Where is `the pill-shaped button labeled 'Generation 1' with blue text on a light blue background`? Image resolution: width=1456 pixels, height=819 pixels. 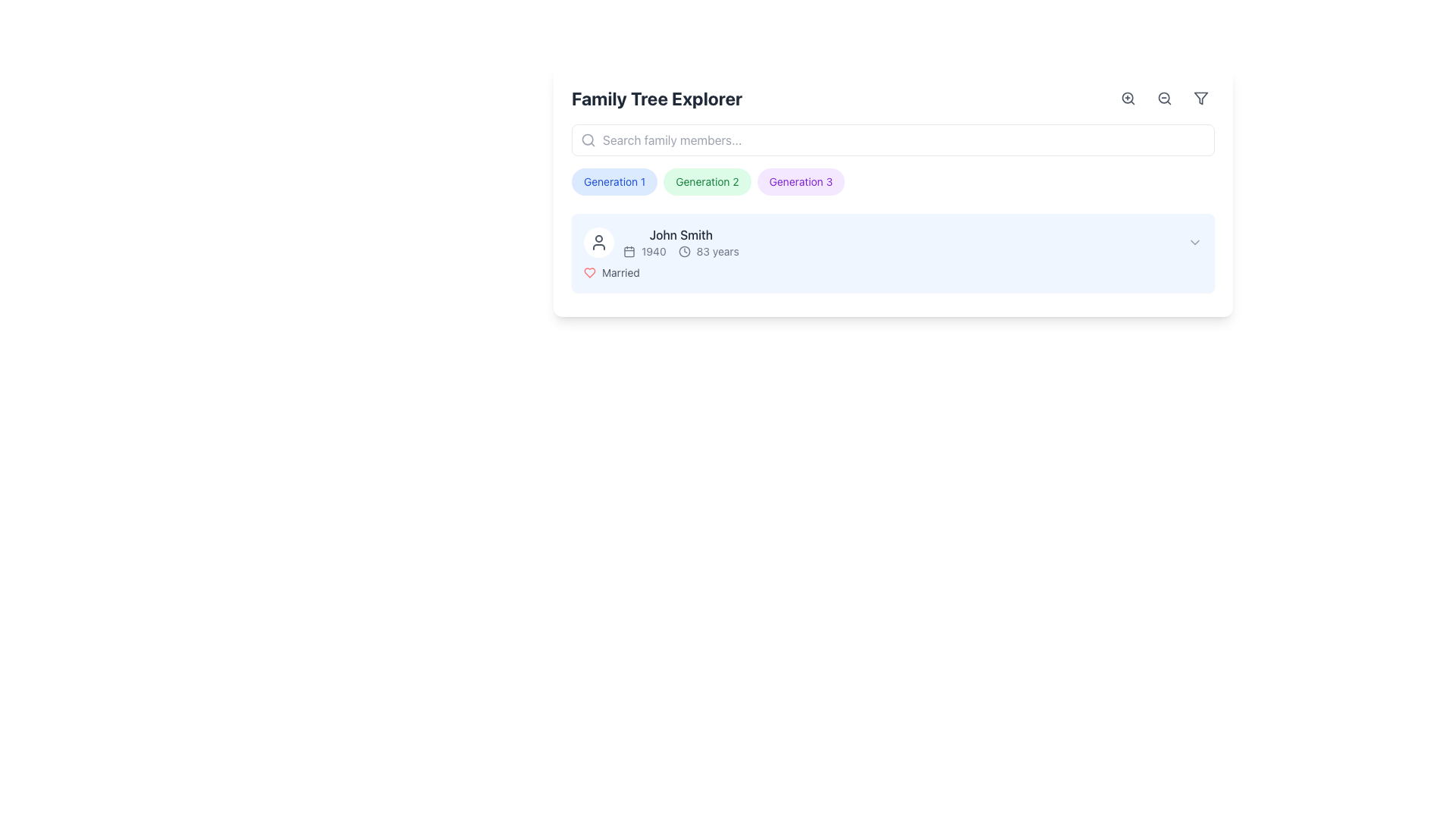
the pill-shaped button labeled 'Generation 1' with blue text on a light blue background is located at coordinates (614, 180).